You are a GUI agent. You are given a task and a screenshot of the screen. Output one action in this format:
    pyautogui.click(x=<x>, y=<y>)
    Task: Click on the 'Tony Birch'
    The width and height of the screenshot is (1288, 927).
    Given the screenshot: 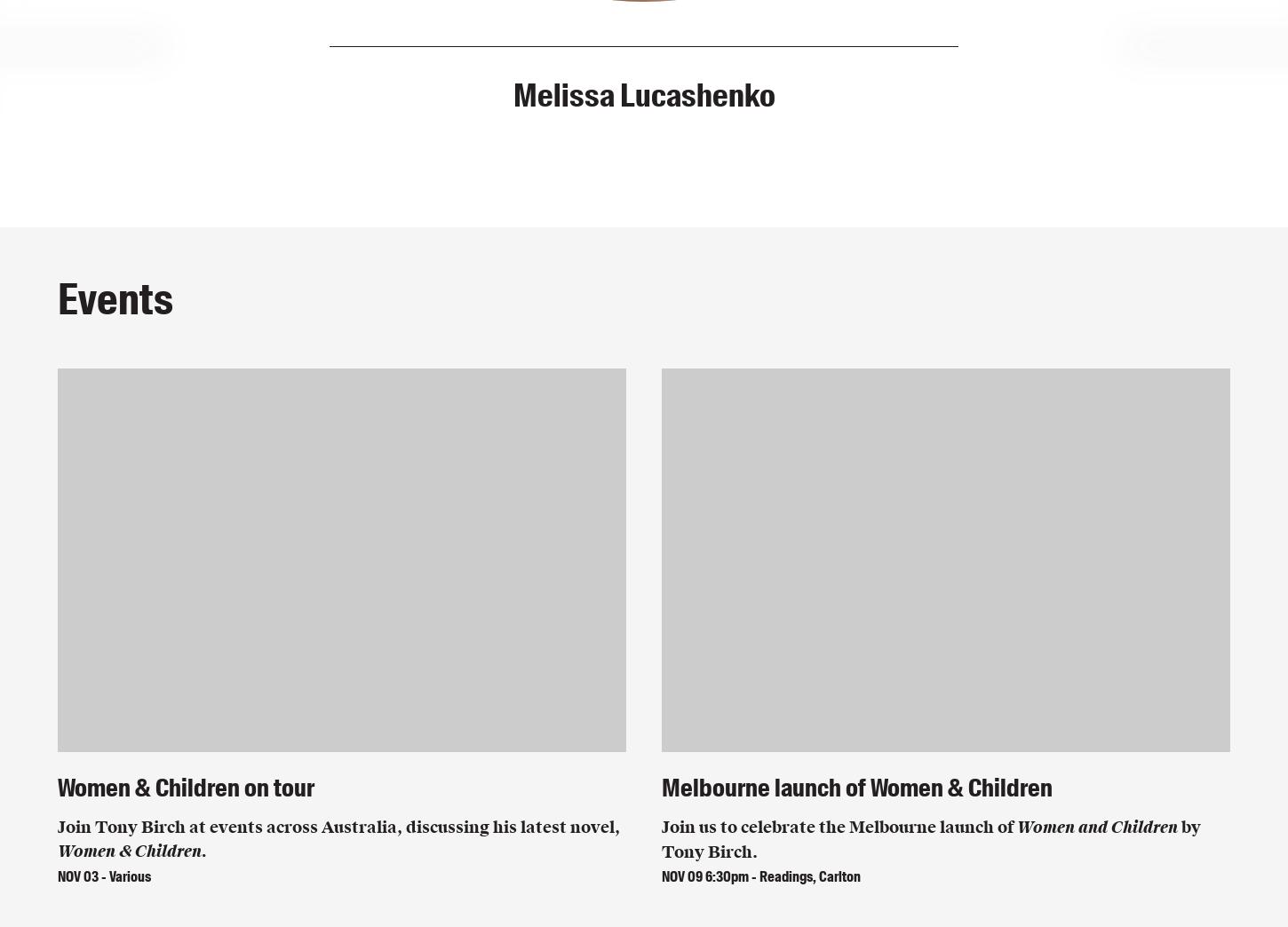 What is the action you would take?
    pyautogui.click(x=644, y=95)
    